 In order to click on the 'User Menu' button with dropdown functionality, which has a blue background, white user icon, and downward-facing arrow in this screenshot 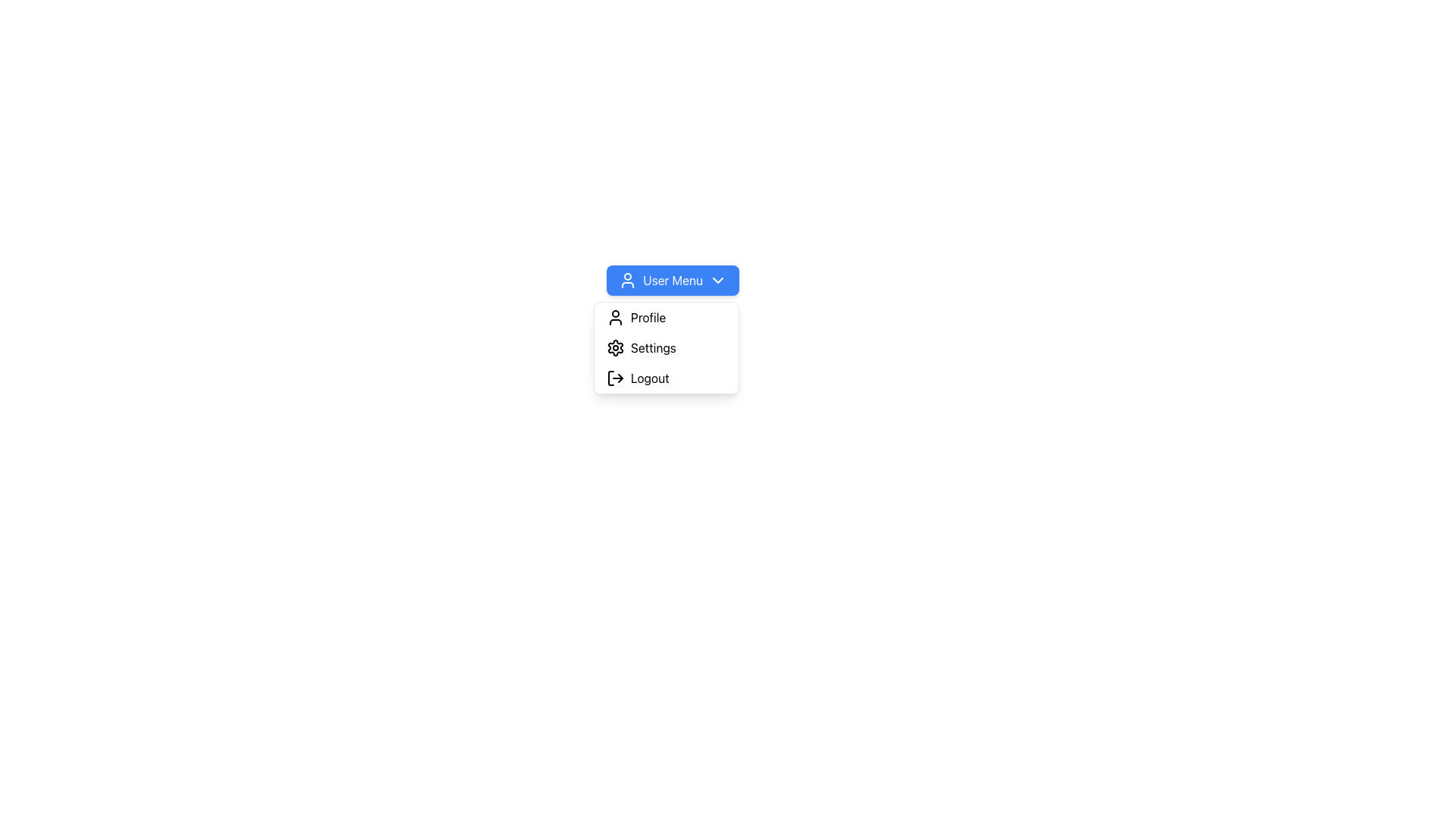, I will do `click(672, 281)`.